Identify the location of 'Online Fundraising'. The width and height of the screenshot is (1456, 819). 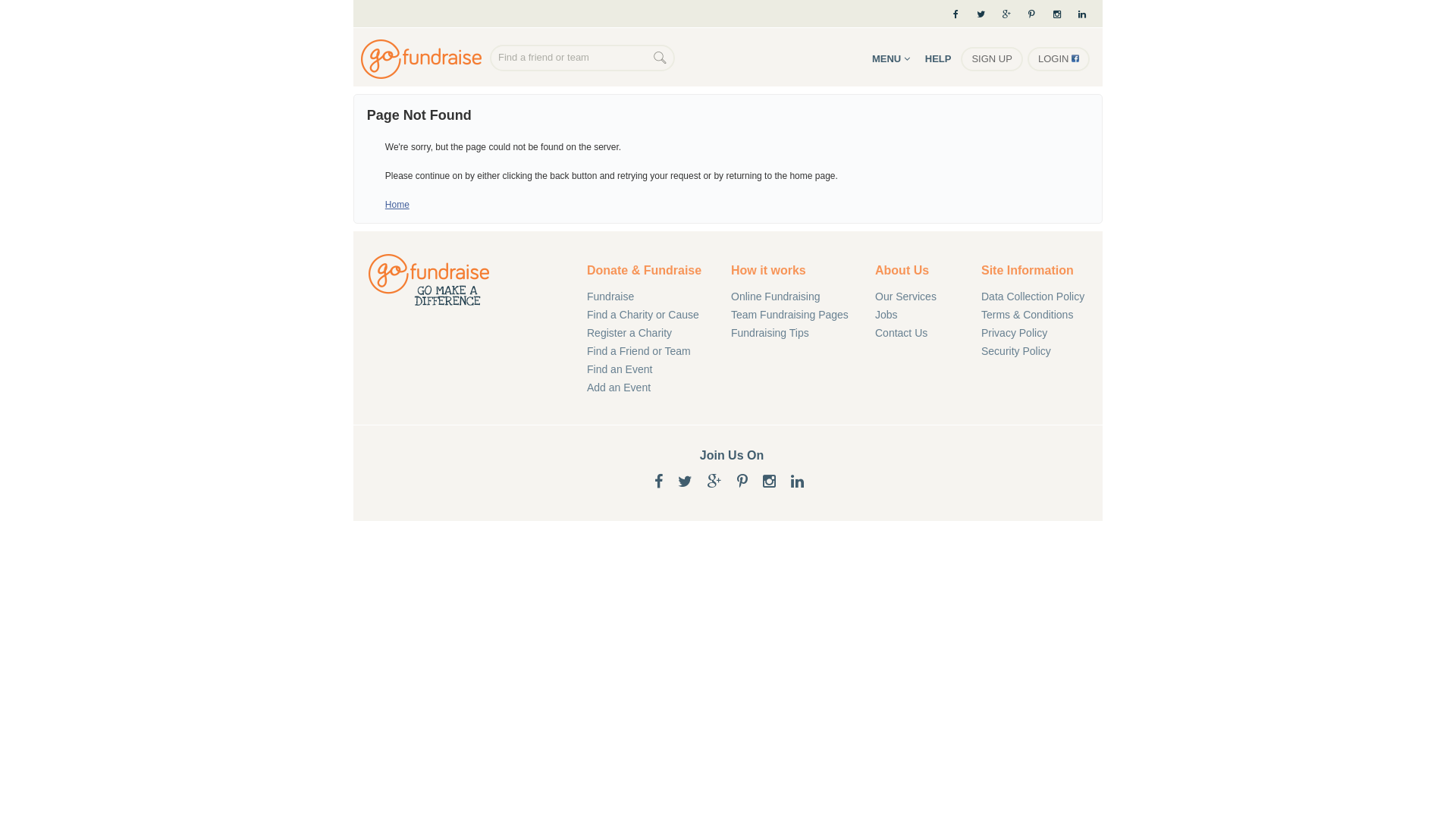
(790, 296).